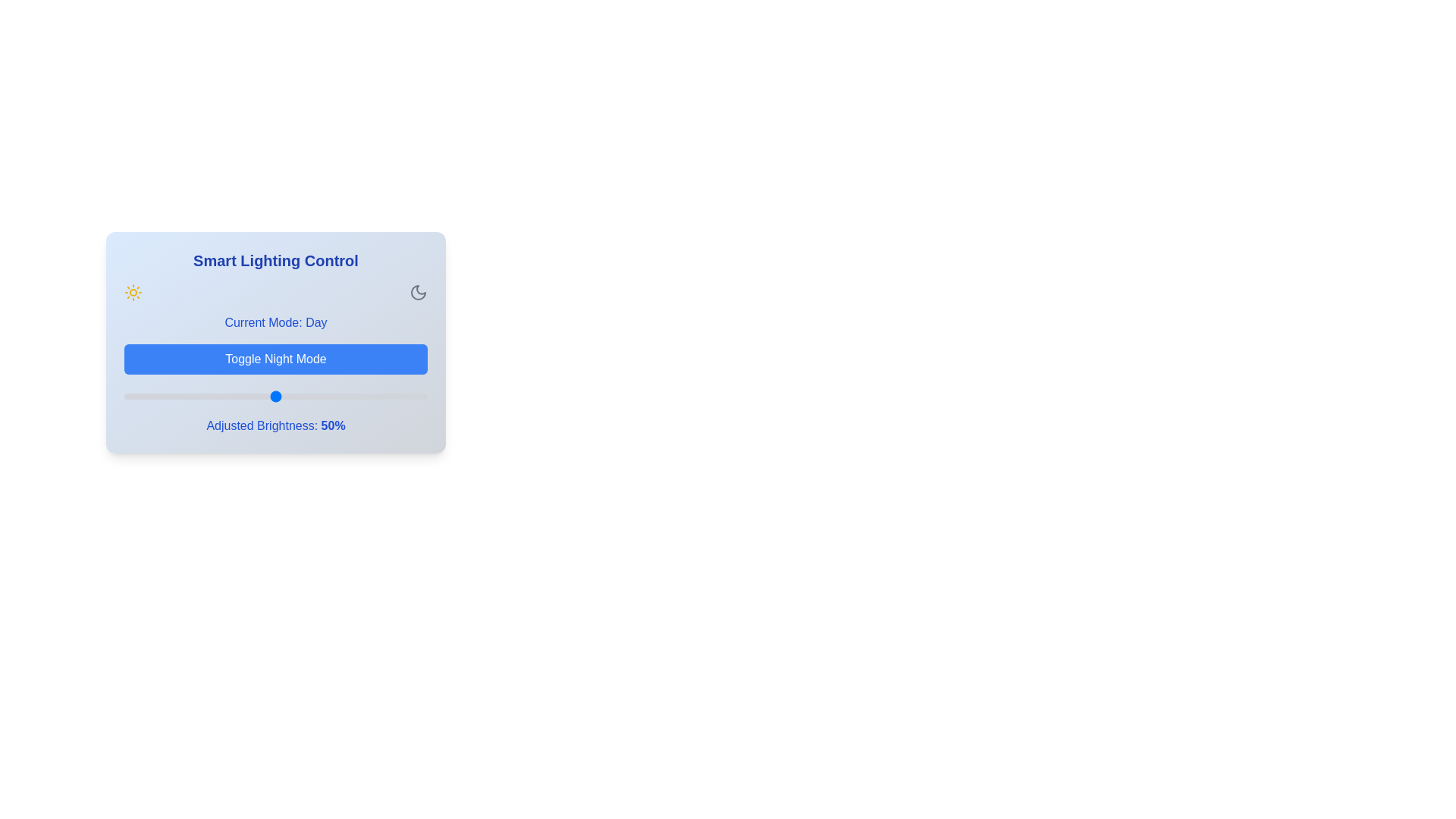 The height and width of the screenshot is (819, 1456). What do you see at coordinates (284, 396) in the screenshot?
I see `the brightness level` at bounding box center [284, 396].